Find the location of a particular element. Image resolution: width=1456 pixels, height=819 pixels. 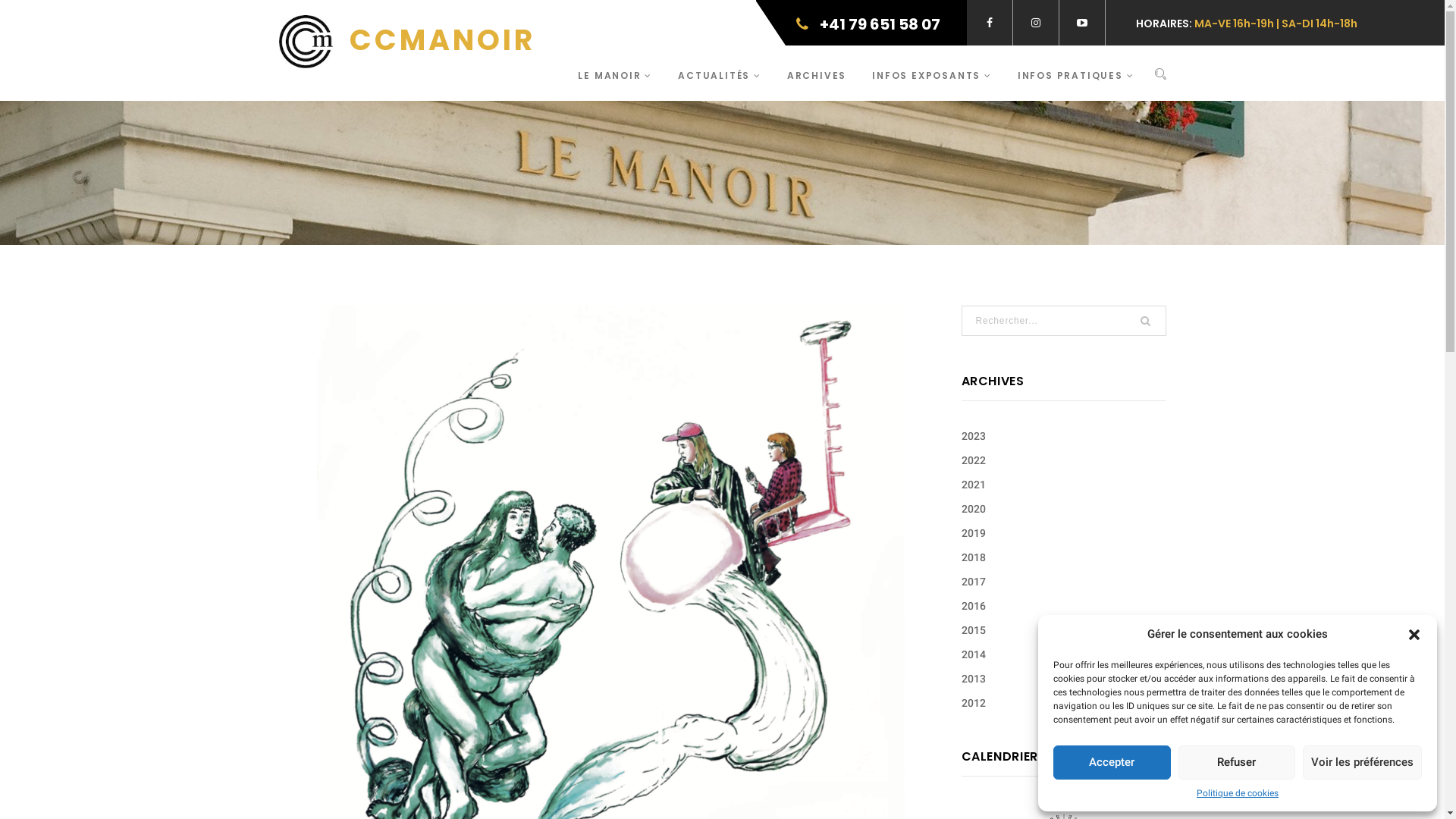

'2020' is located at coordinates (973, 509).